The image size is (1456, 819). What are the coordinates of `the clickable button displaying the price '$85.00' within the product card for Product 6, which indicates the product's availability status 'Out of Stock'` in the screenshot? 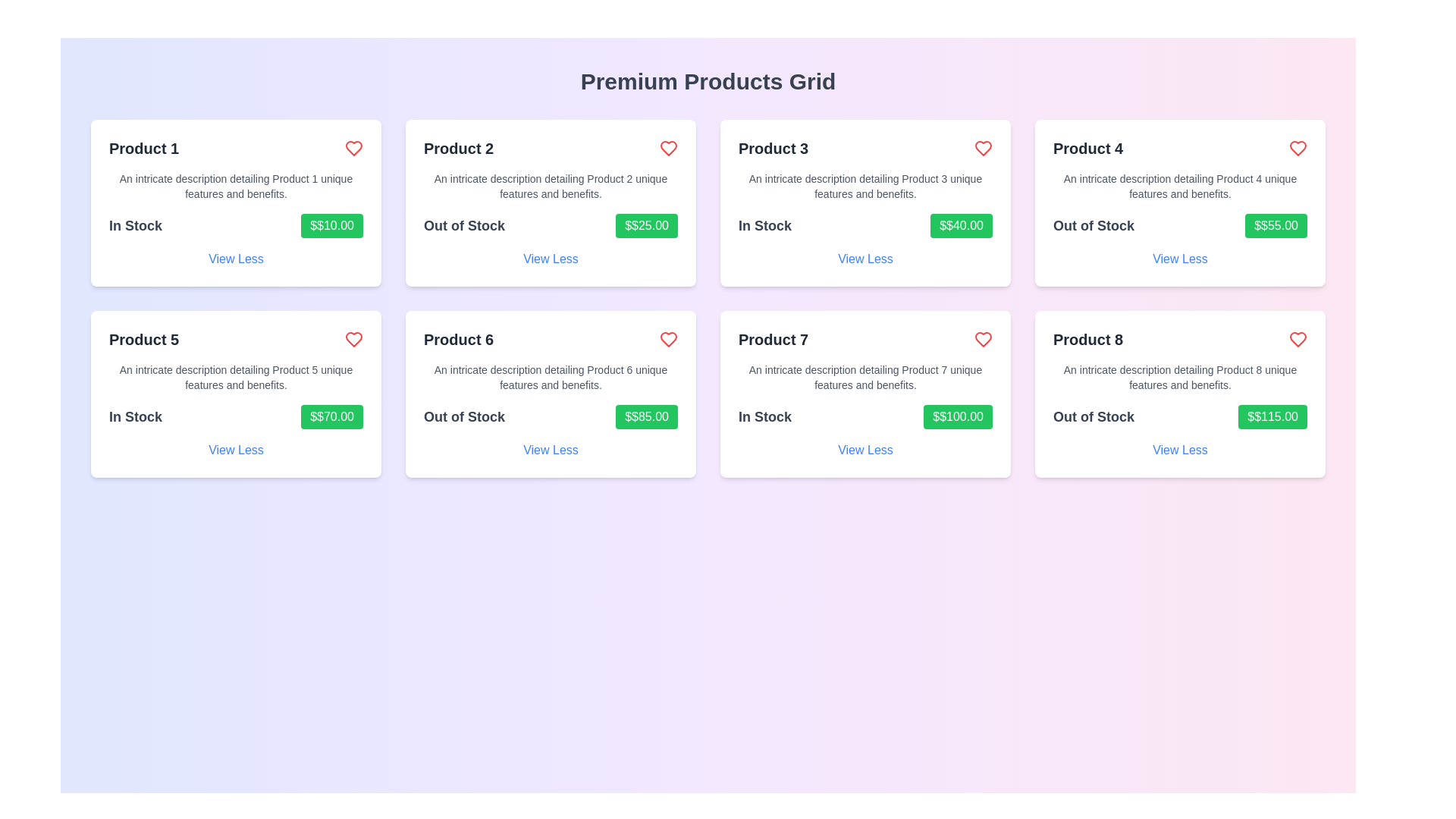 It's located at (550, 417).